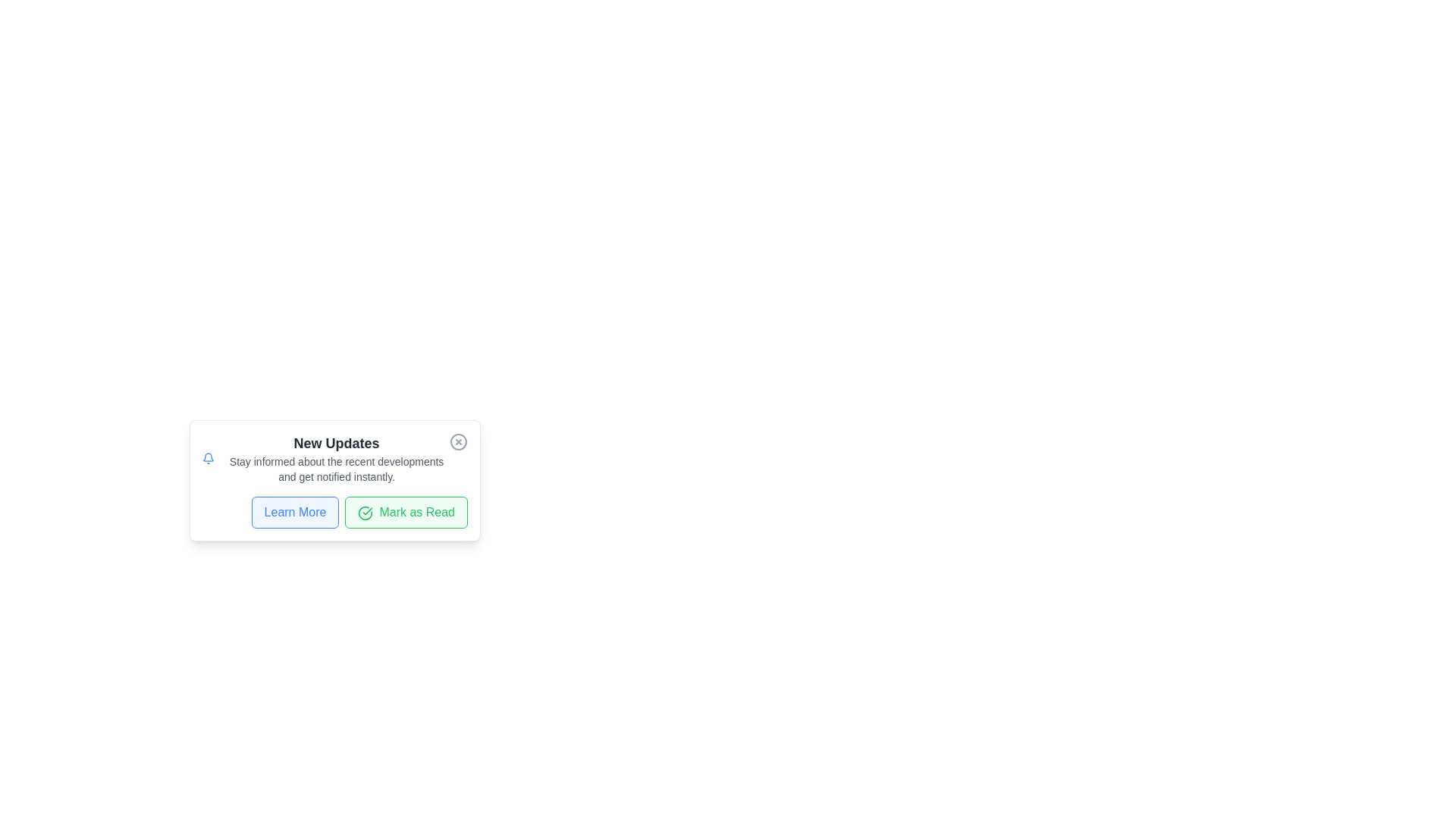 Image resolution: width=1456 pixels, height=819 pixels. I want to click on the leftmost button located in the bottom section of the notification card, so click(295, 512).